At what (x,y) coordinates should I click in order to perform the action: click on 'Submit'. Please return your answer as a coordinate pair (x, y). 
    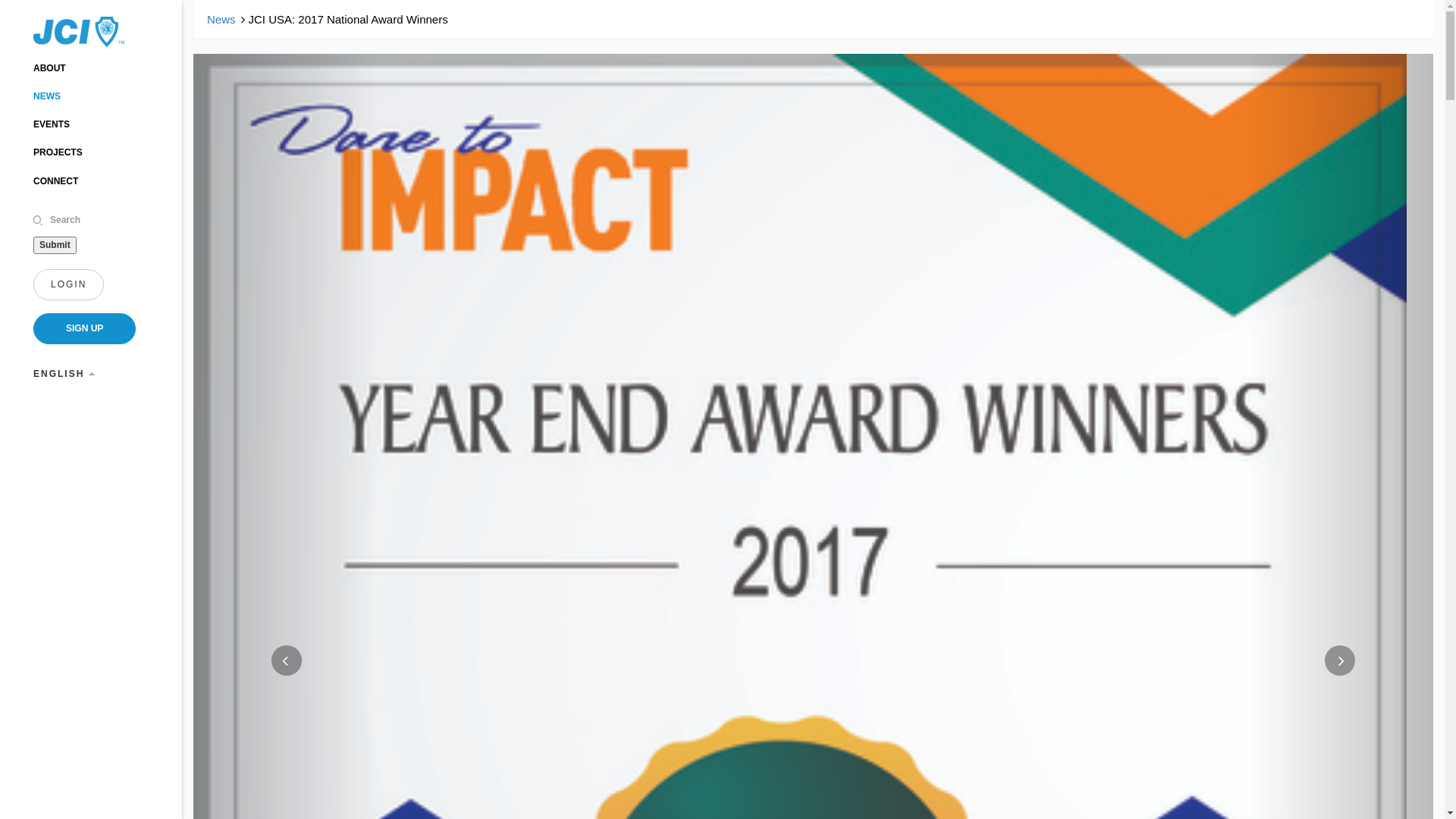
    Looking at the image, I should click on (33, 244).